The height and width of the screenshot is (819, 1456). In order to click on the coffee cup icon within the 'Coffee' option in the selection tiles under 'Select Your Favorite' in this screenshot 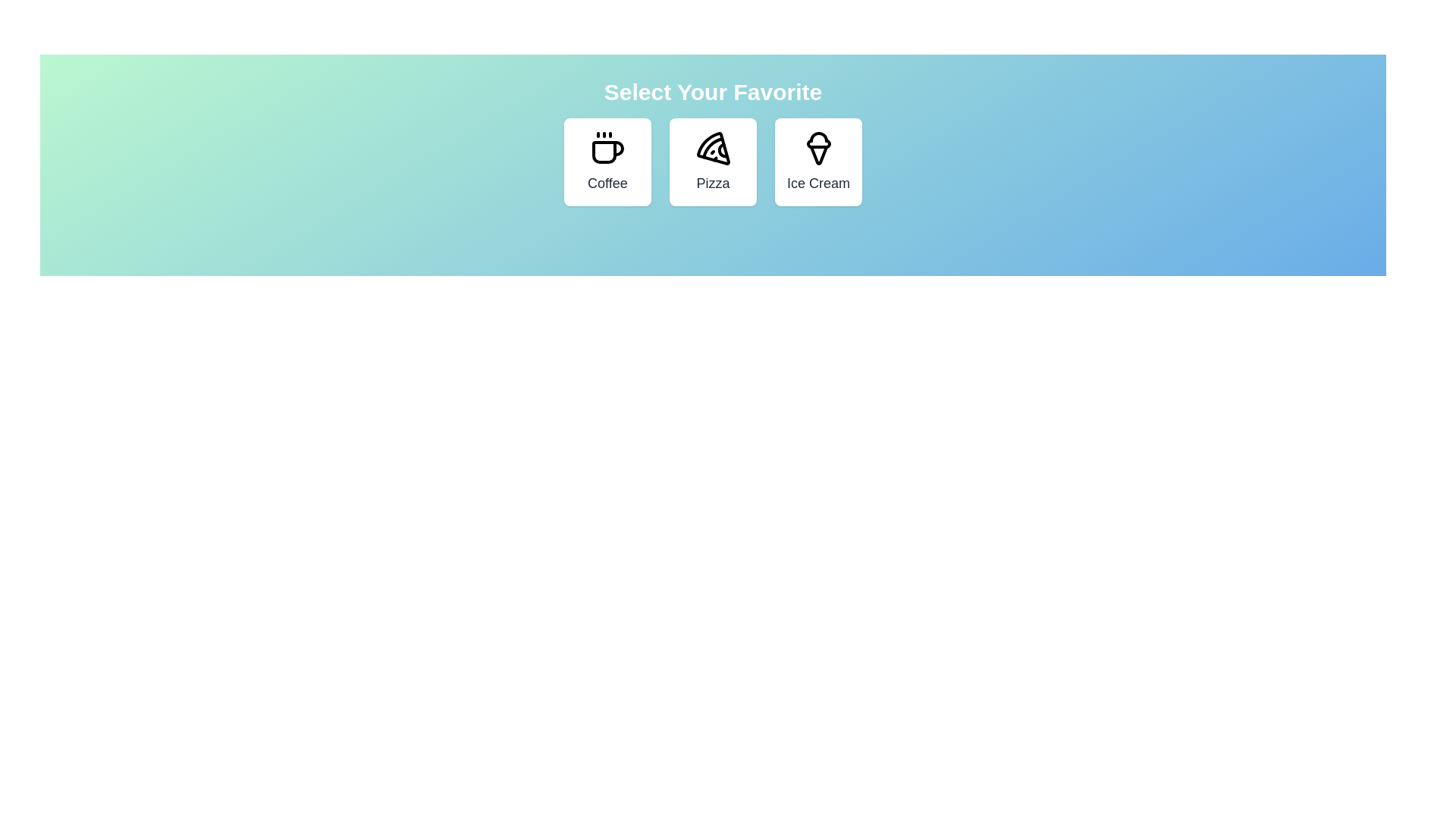, I will do `click(608, 152)`.